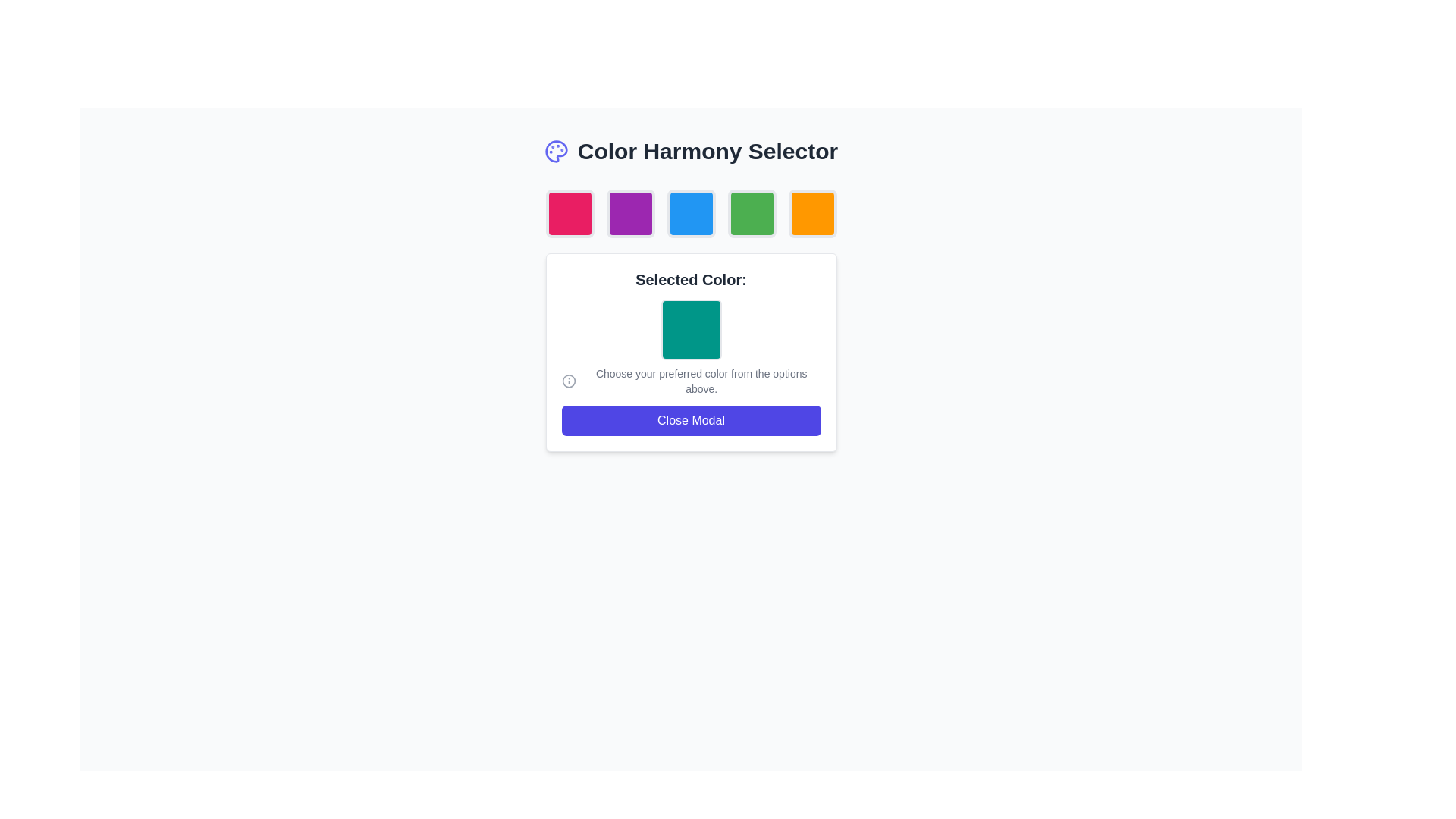 This screenshot has width=1456, height=819. What do you see at coordinates (555, 152) in the screenshot?
I see `the non-interactive icon representing color harmony in the 'Color Harmony Selector' group, located at the top of the interface` at bounding box center [555, 152].